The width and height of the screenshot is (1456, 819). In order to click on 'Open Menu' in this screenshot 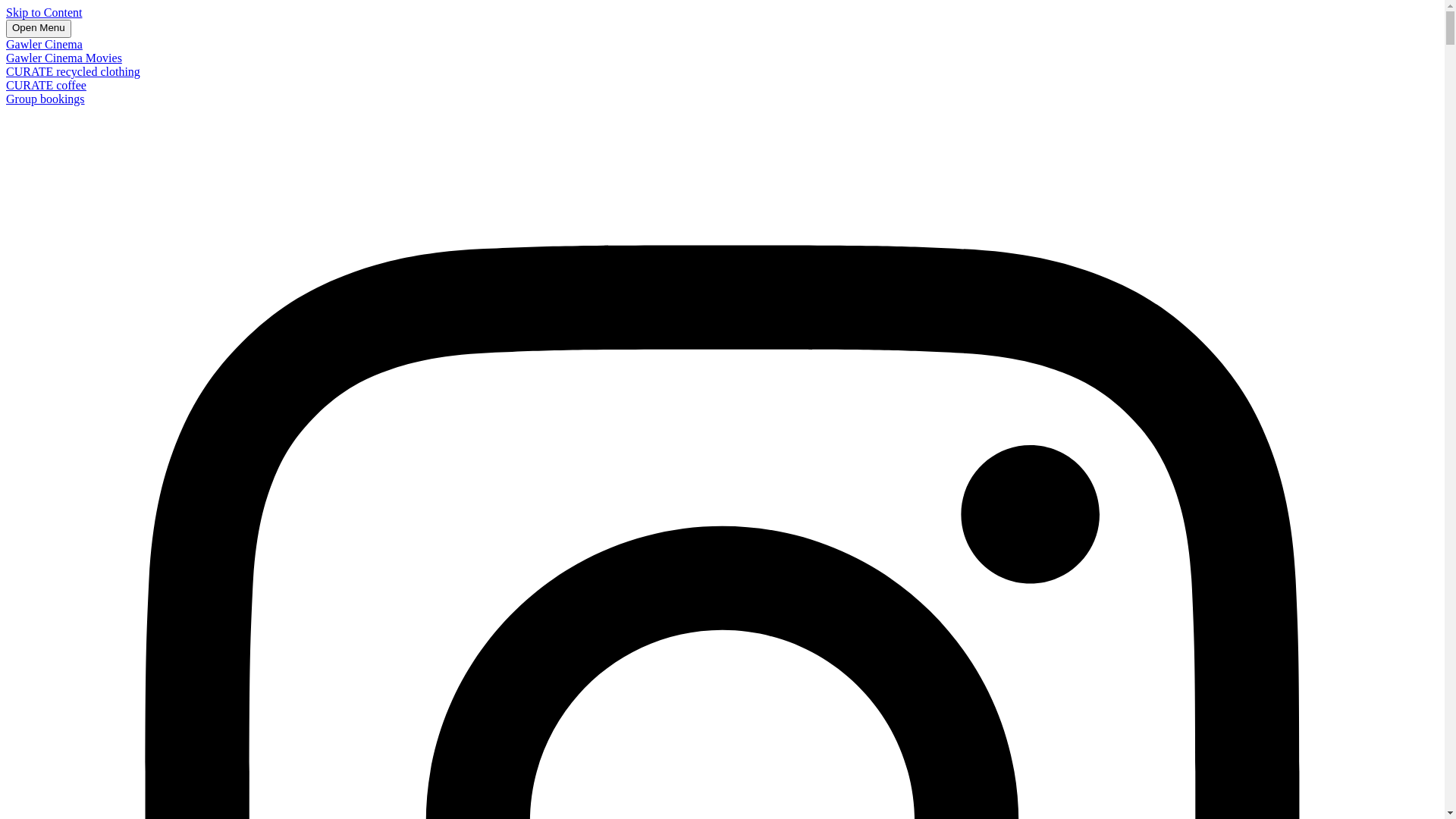, I will do `click(39, 29)`.